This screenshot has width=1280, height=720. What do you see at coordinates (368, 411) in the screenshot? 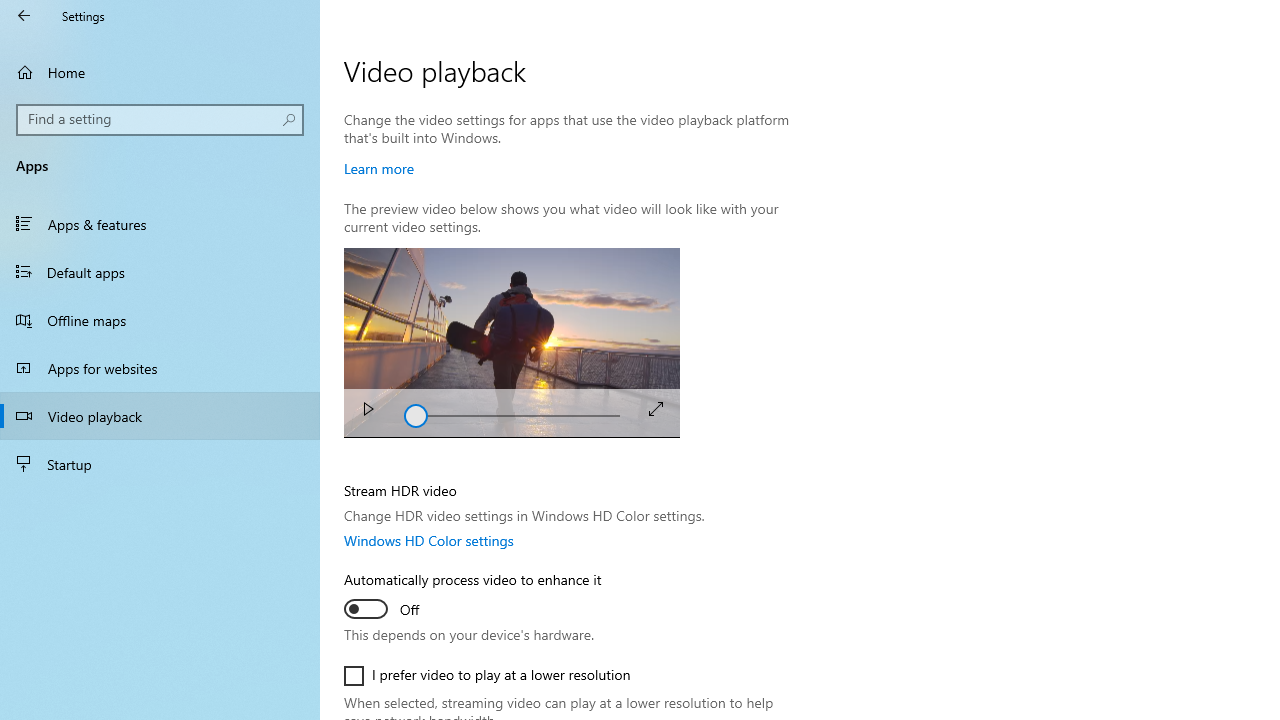
I see `'Play'` at bounding box center [368, 411].